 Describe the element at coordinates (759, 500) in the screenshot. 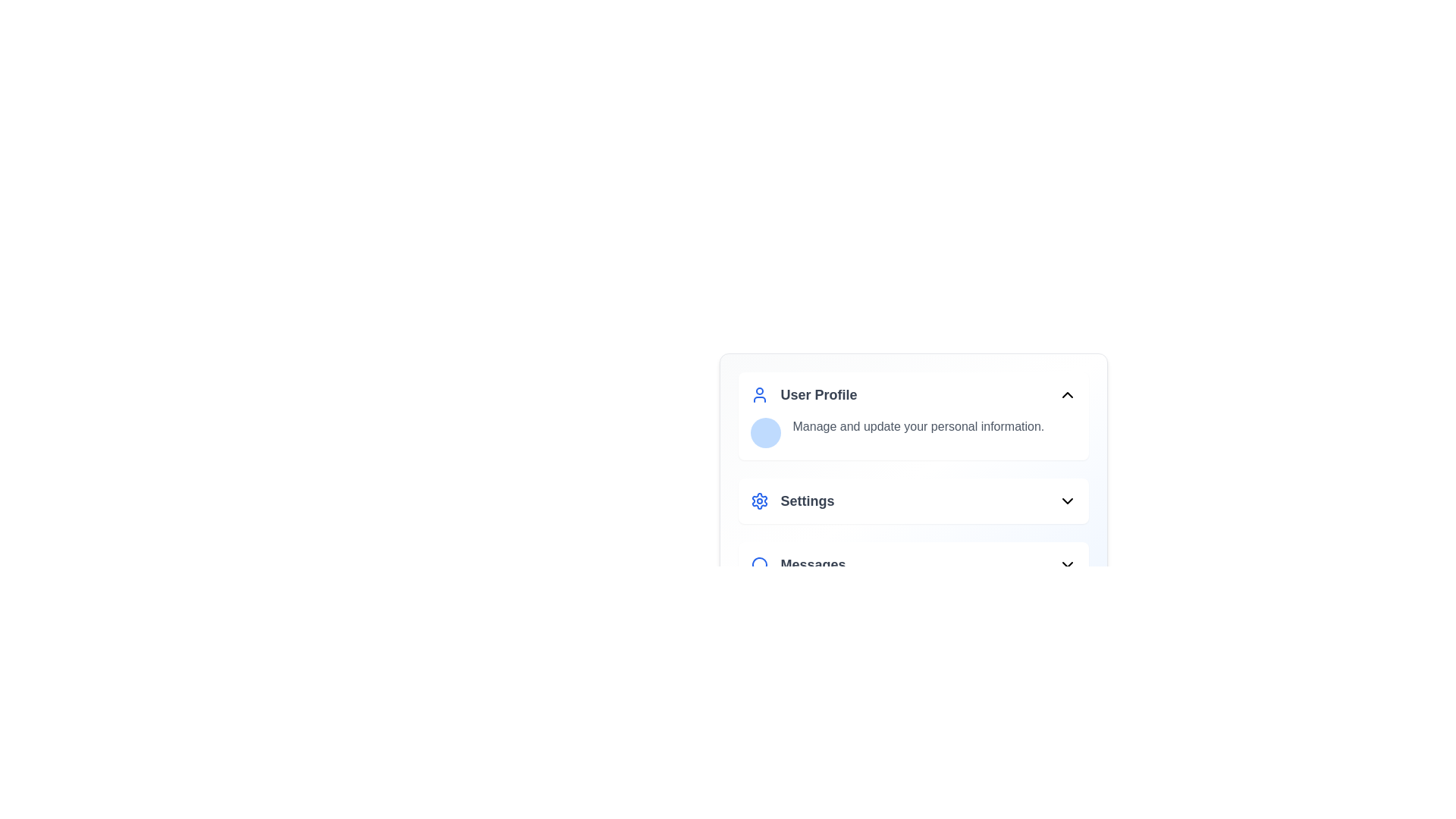

I see `the gear icon located to the left of the 'Settings' text` at that location.